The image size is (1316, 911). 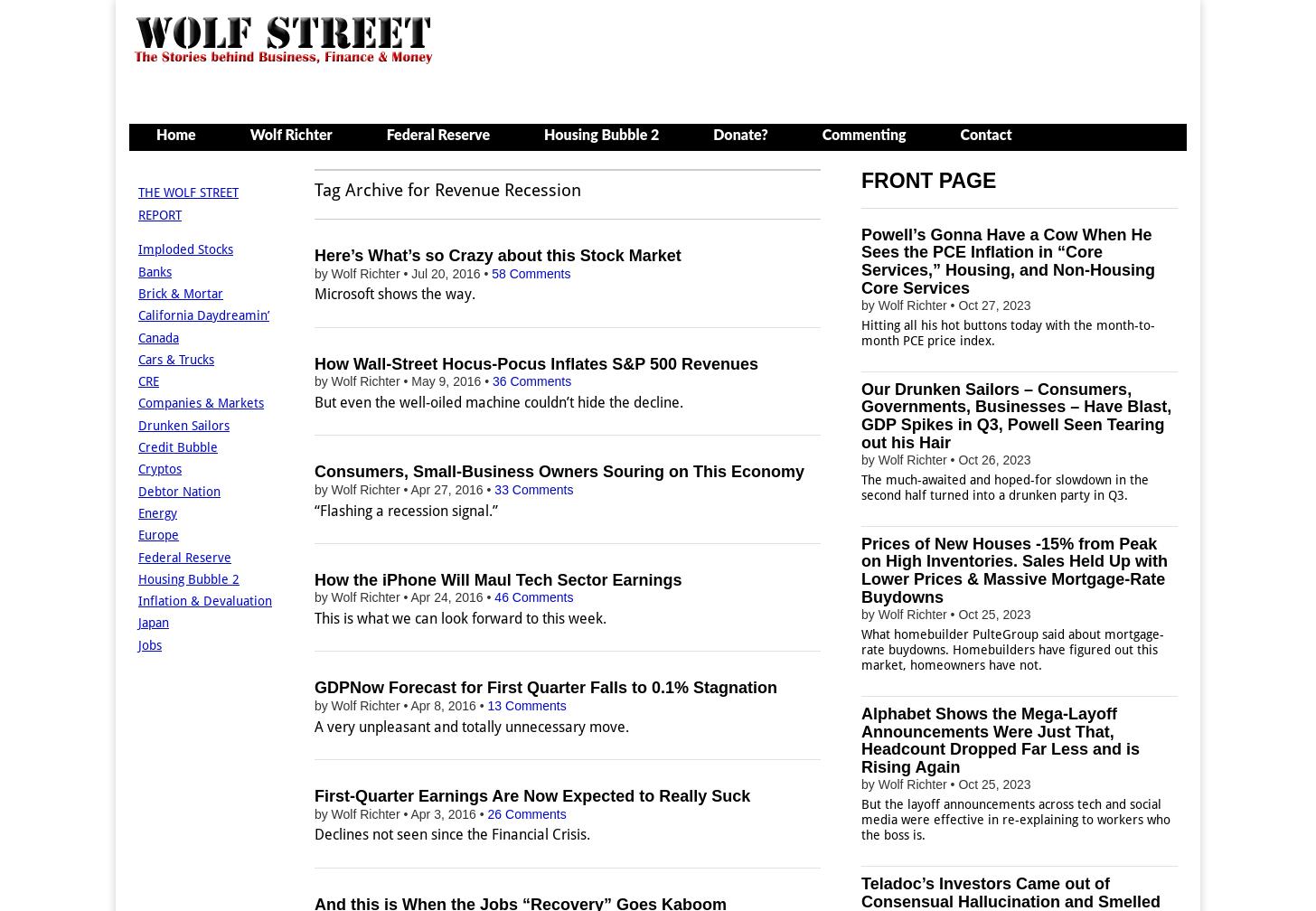 What do you see at coordinates (154, 622) in the screenshot?
I see `'Japan'` at bounding box center [154, 622].